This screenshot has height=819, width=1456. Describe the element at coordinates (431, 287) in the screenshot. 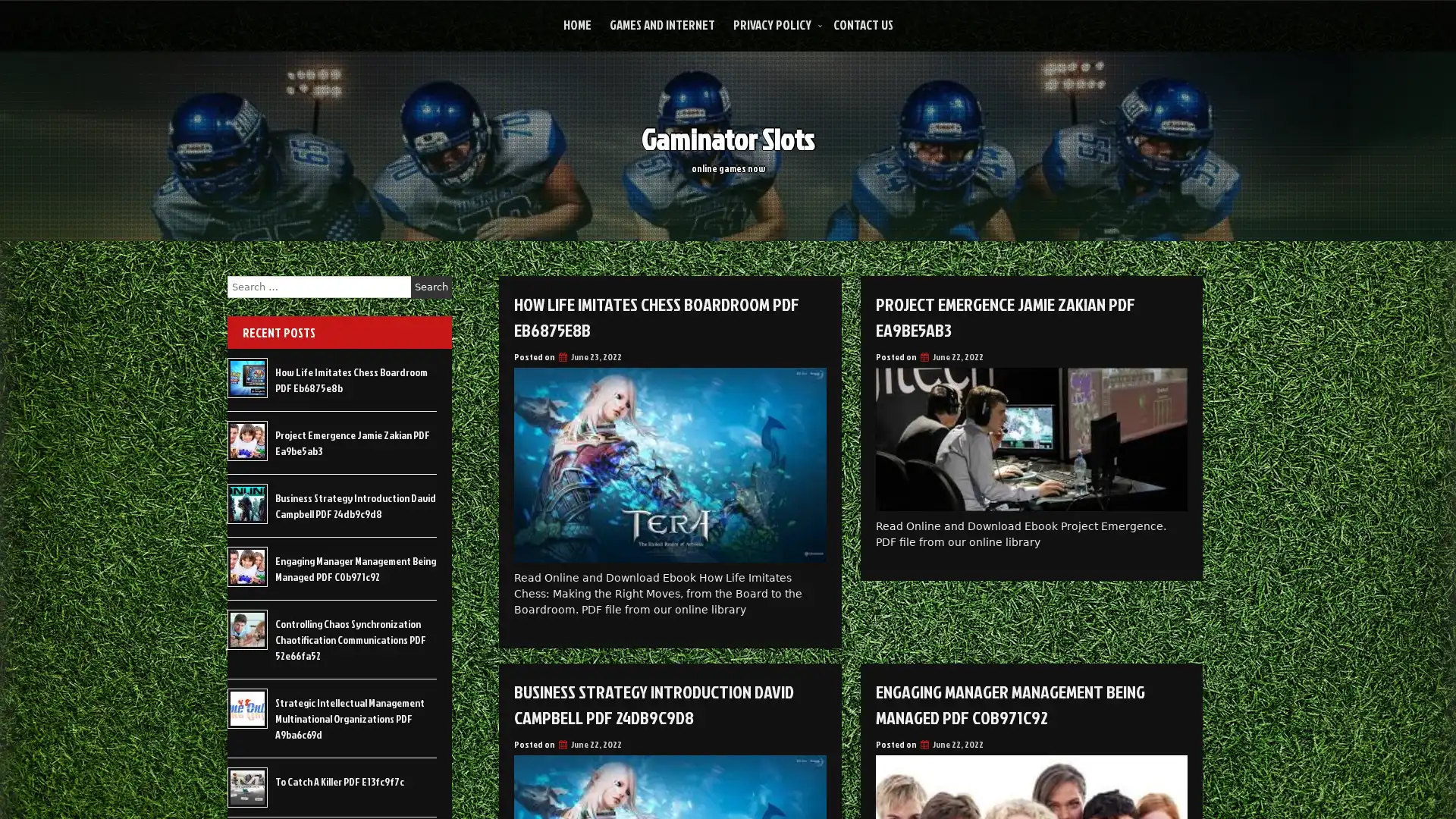

I see `Search` at that location.